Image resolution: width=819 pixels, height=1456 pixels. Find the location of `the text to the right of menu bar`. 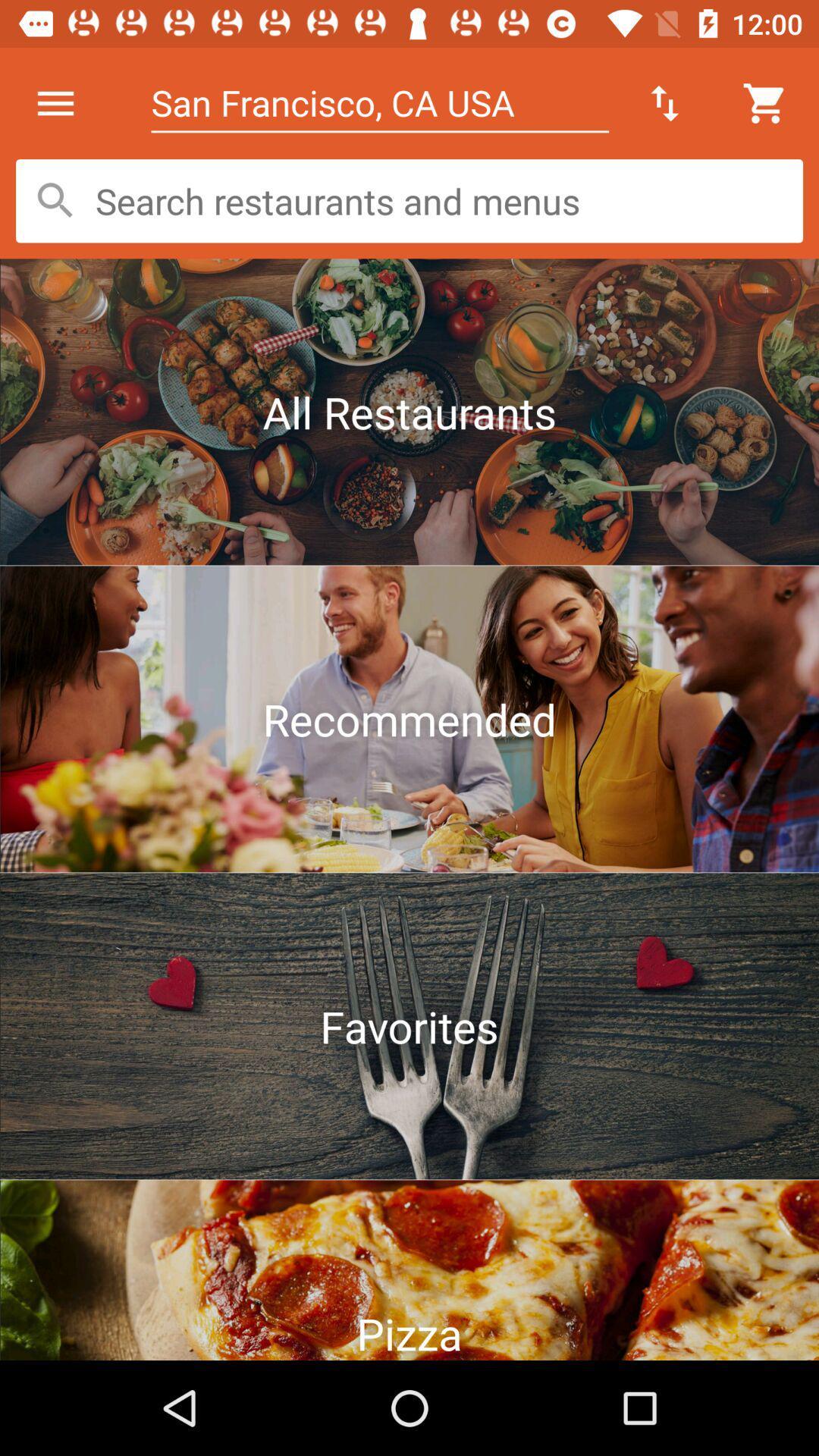

the text to the right of menu bar is located at coordinates (379, 102).